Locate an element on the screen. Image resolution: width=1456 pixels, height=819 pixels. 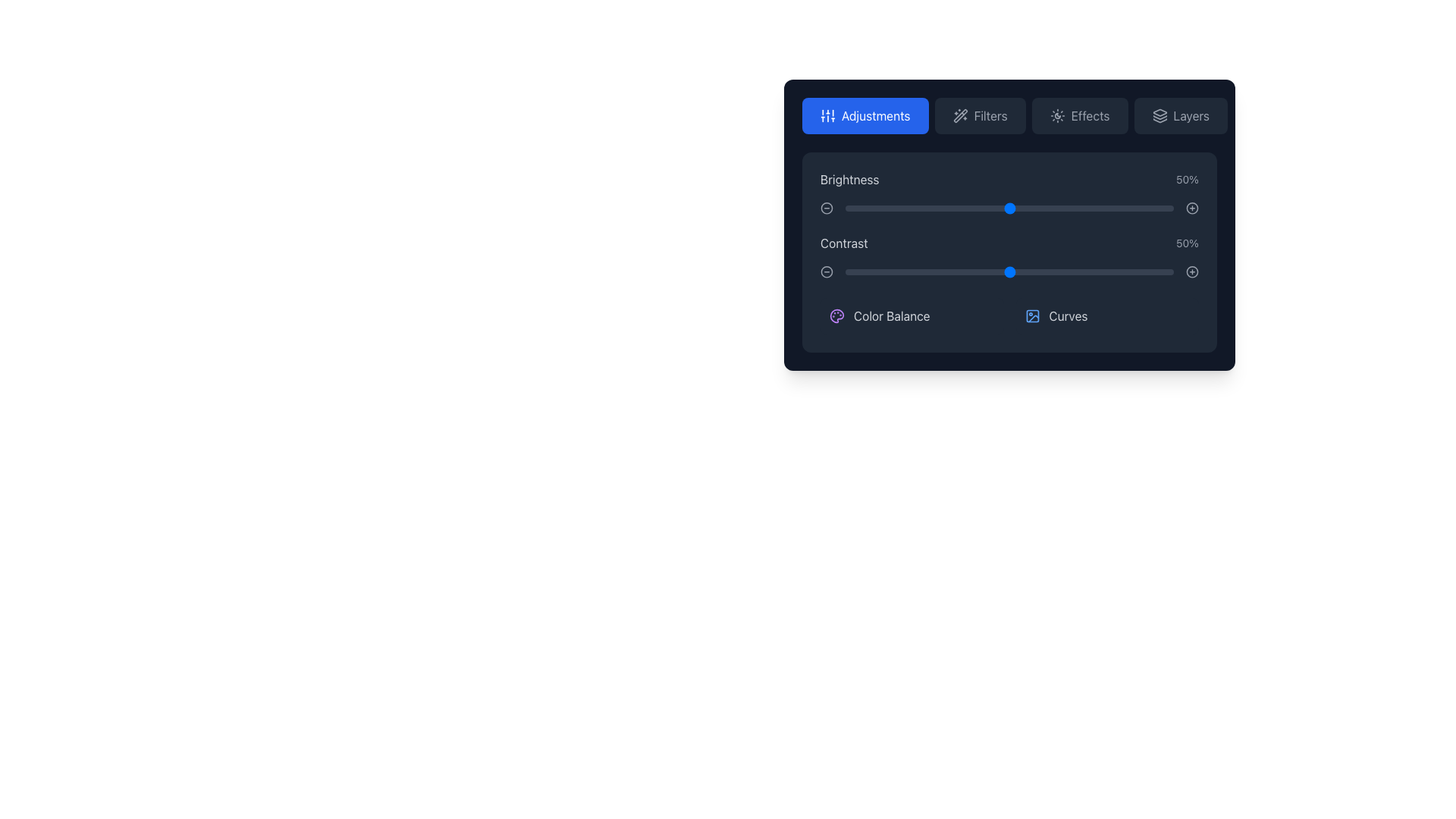
the brightness value is located at coordinates (934, 208).